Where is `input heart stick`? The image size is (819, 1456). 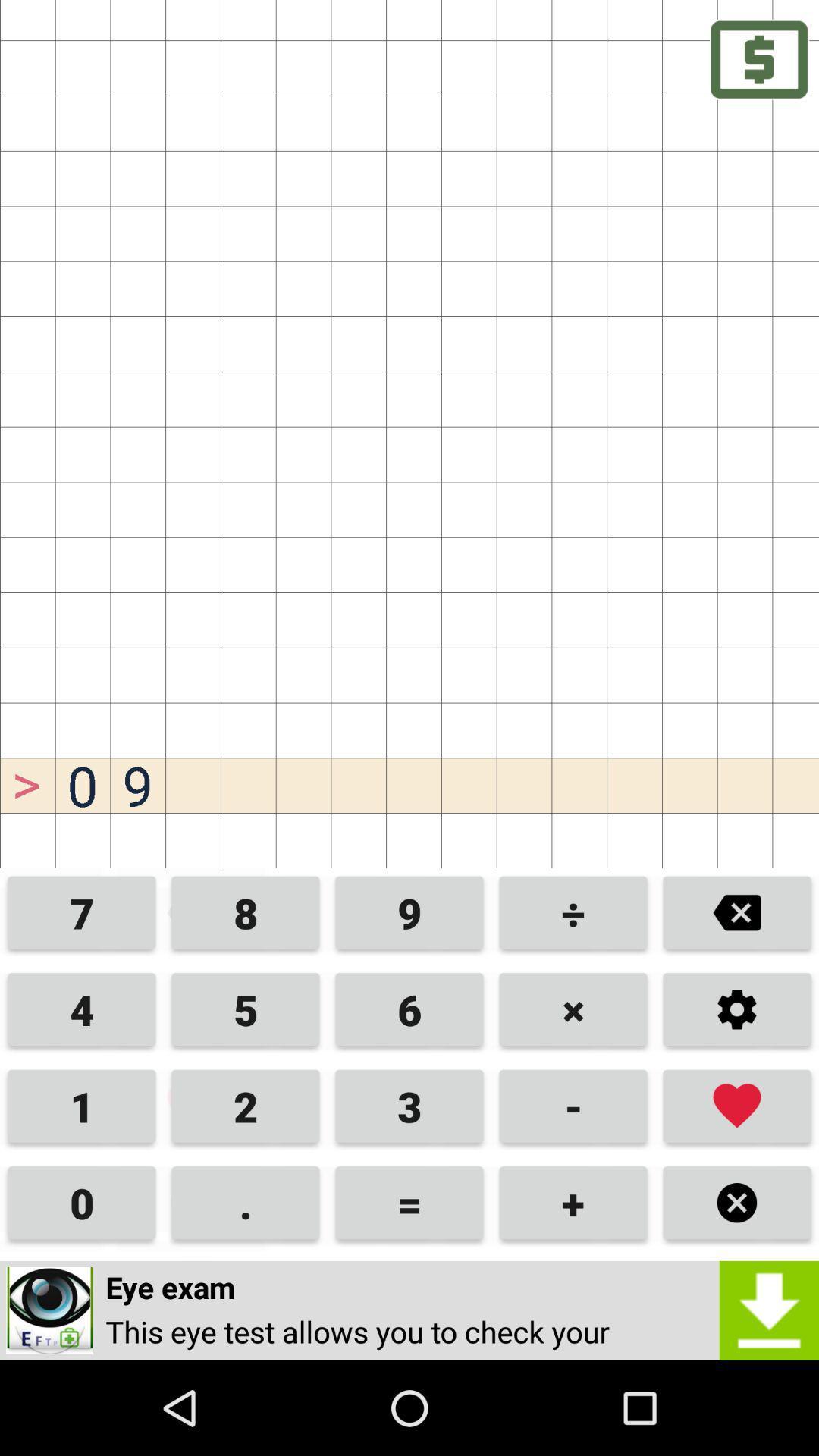
input heart stick is located at coordinates (736, 1106).